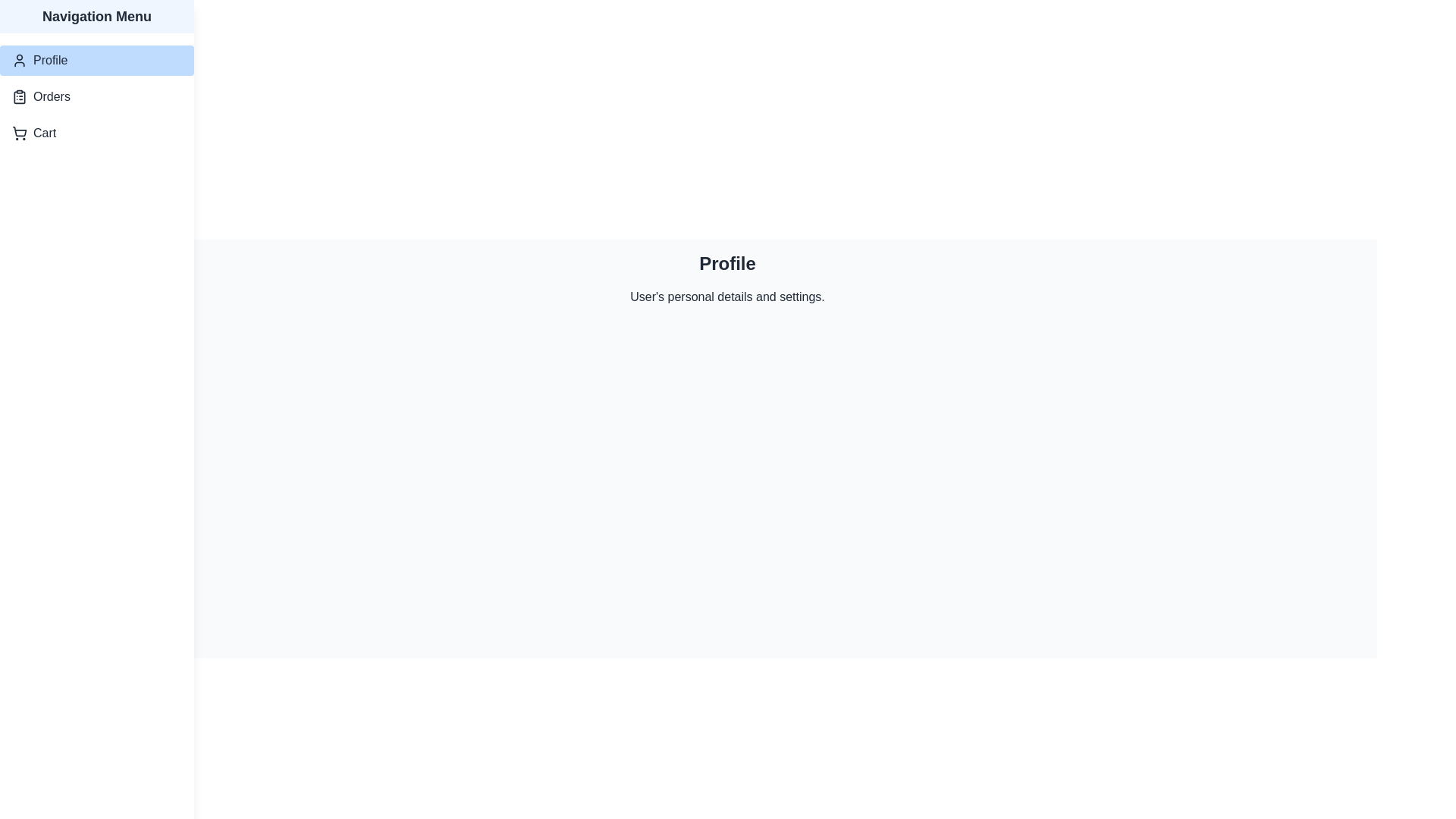 The width and height of the screenshot is (1456, 819). I want to click on the 'Orders' navigation item, which is the second item in the vertical navigation menu on the left, below 'Profile' and above 'Cart', so click(96, 96).